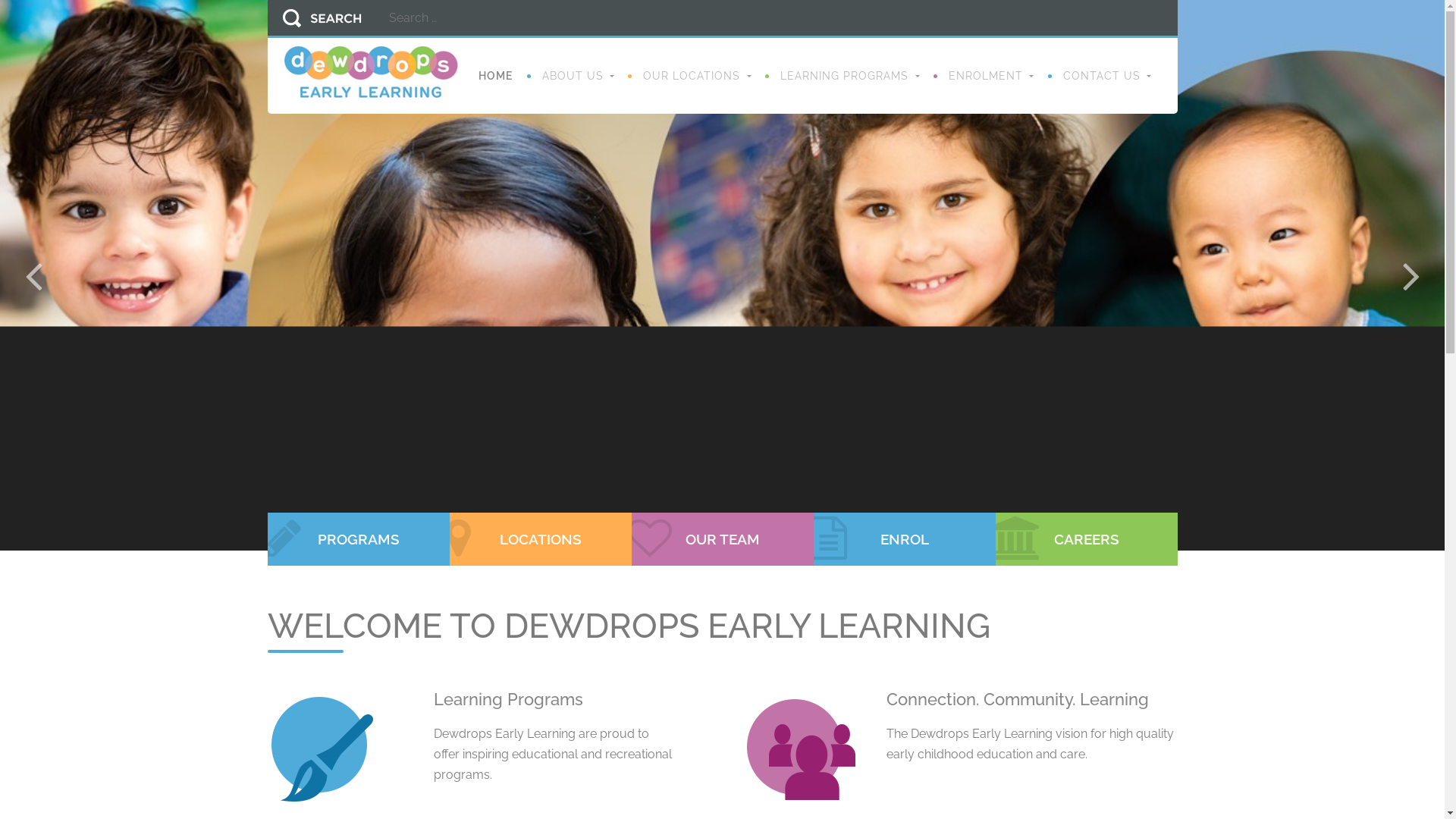  What do you see at coordinates (531, 76) in the screenshot?
I see `'ABOUT US'` at bounding box center [531, 76].